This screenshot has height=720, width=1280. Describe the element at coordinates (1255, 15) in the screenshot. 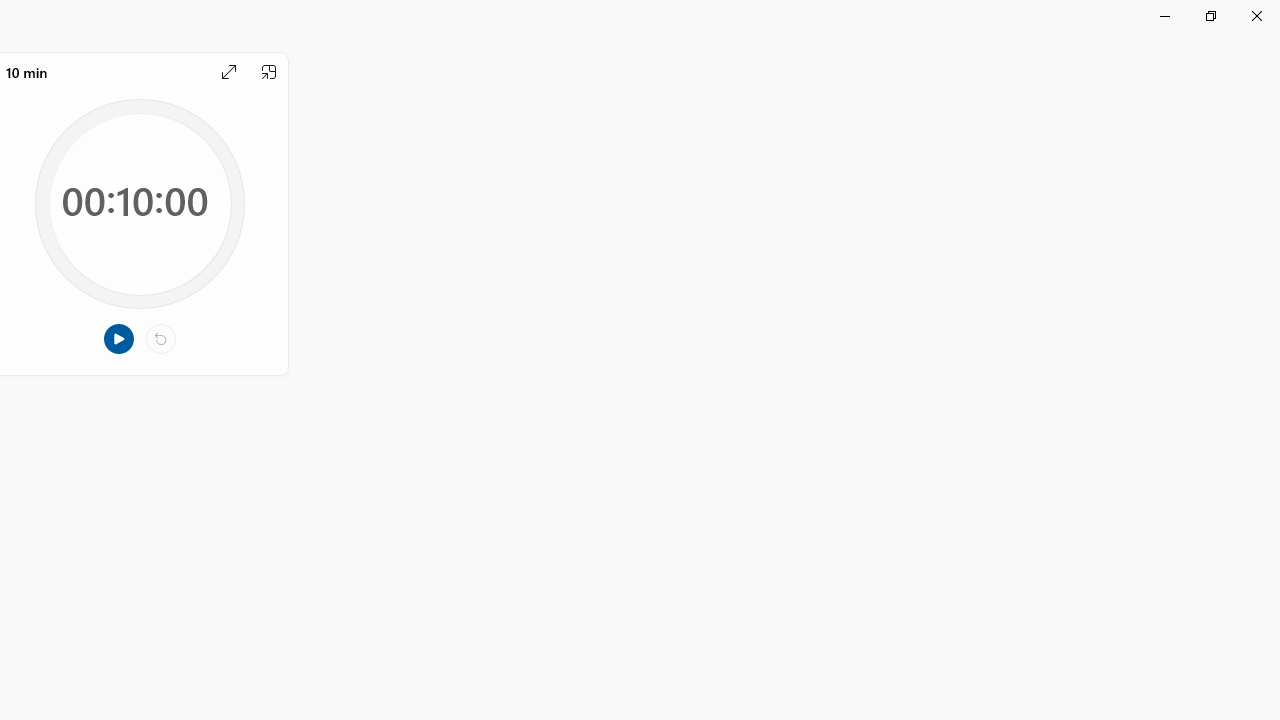

I see `'Close Clock'` at that location.